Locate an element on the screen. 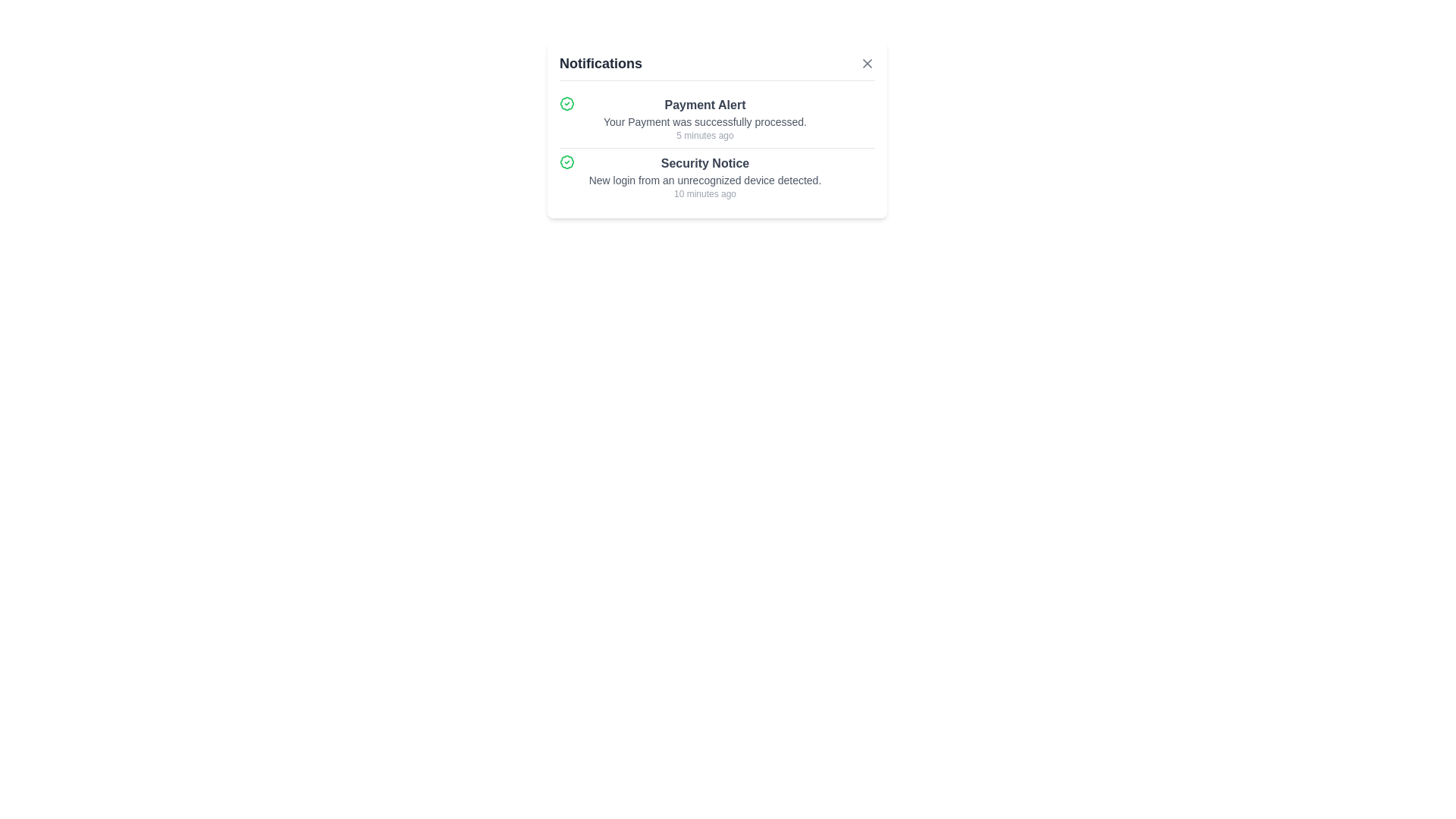 This screenshot has width=1456, height=819. descriptive text located below the 'Security Notice' heading and above the '10 minutes ago' timestamp in the notification list is located at coordinates (704, 180).